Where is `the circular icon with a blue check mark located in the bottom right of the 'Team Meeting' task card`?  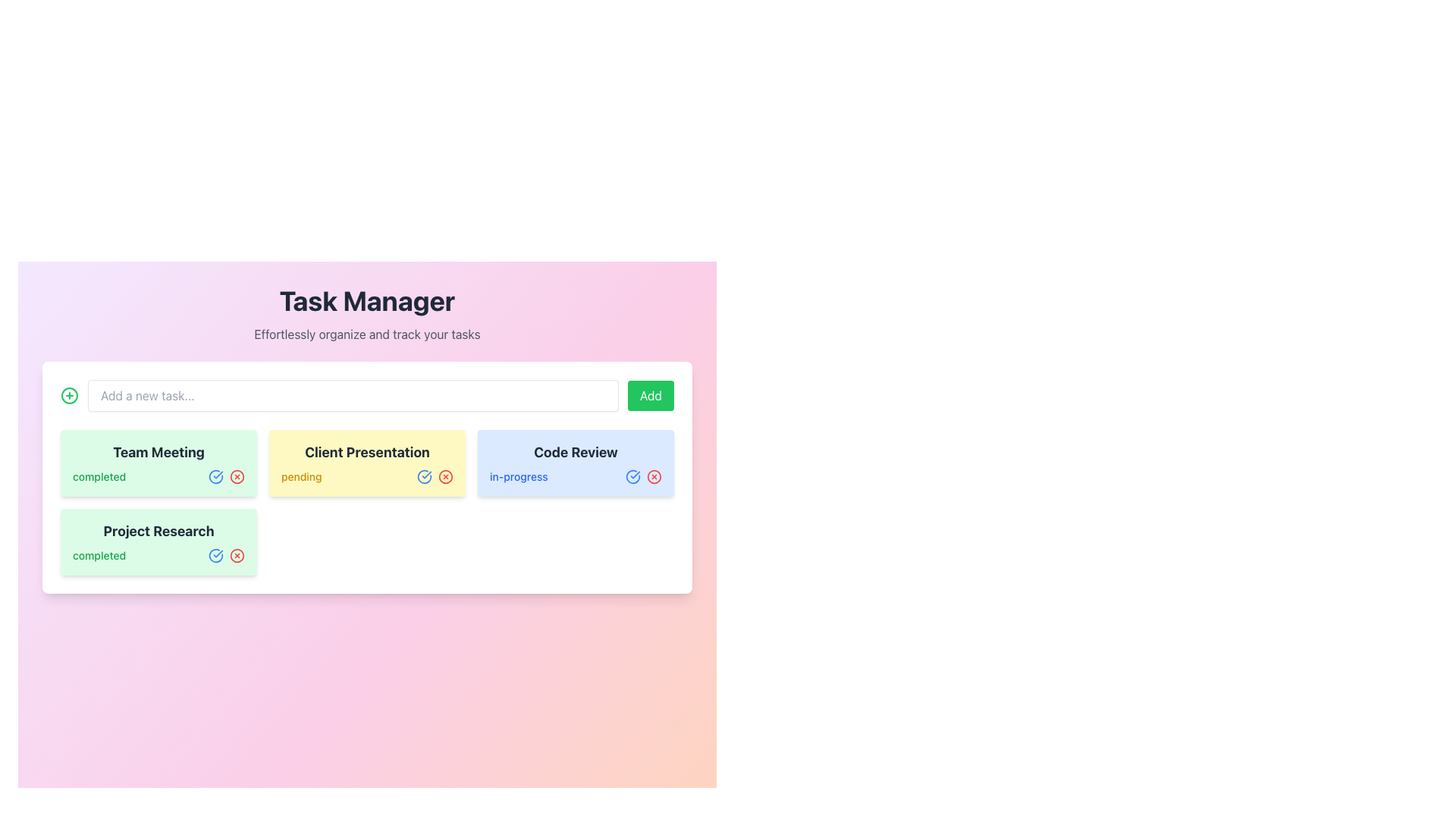 the circular icon with a blue check mark located in the bottom right of the 'Team Meeting' task card is located at coordinates (215, 475).